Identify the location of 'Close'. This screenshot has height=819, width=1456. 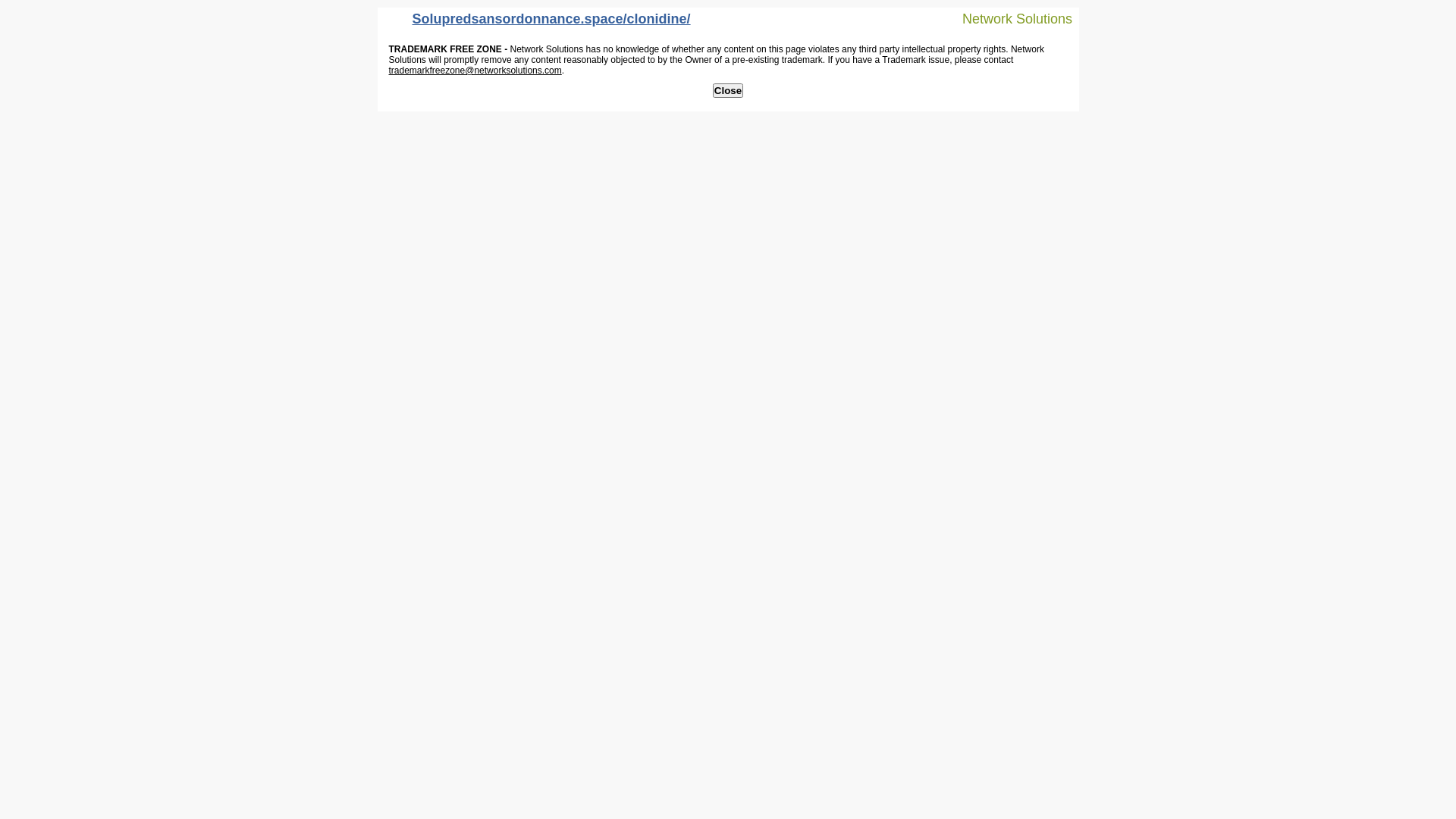
(728, 90).